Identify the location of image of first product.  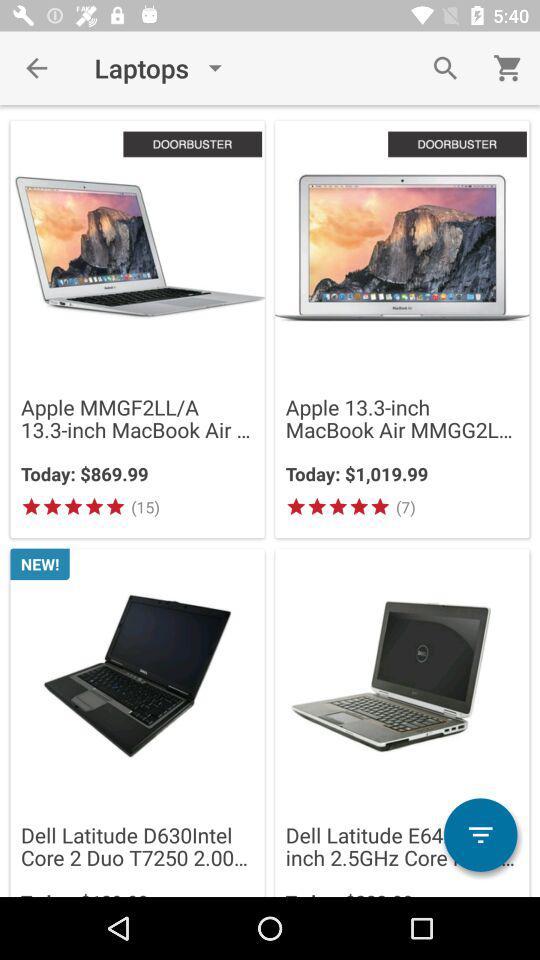
(137, 246).